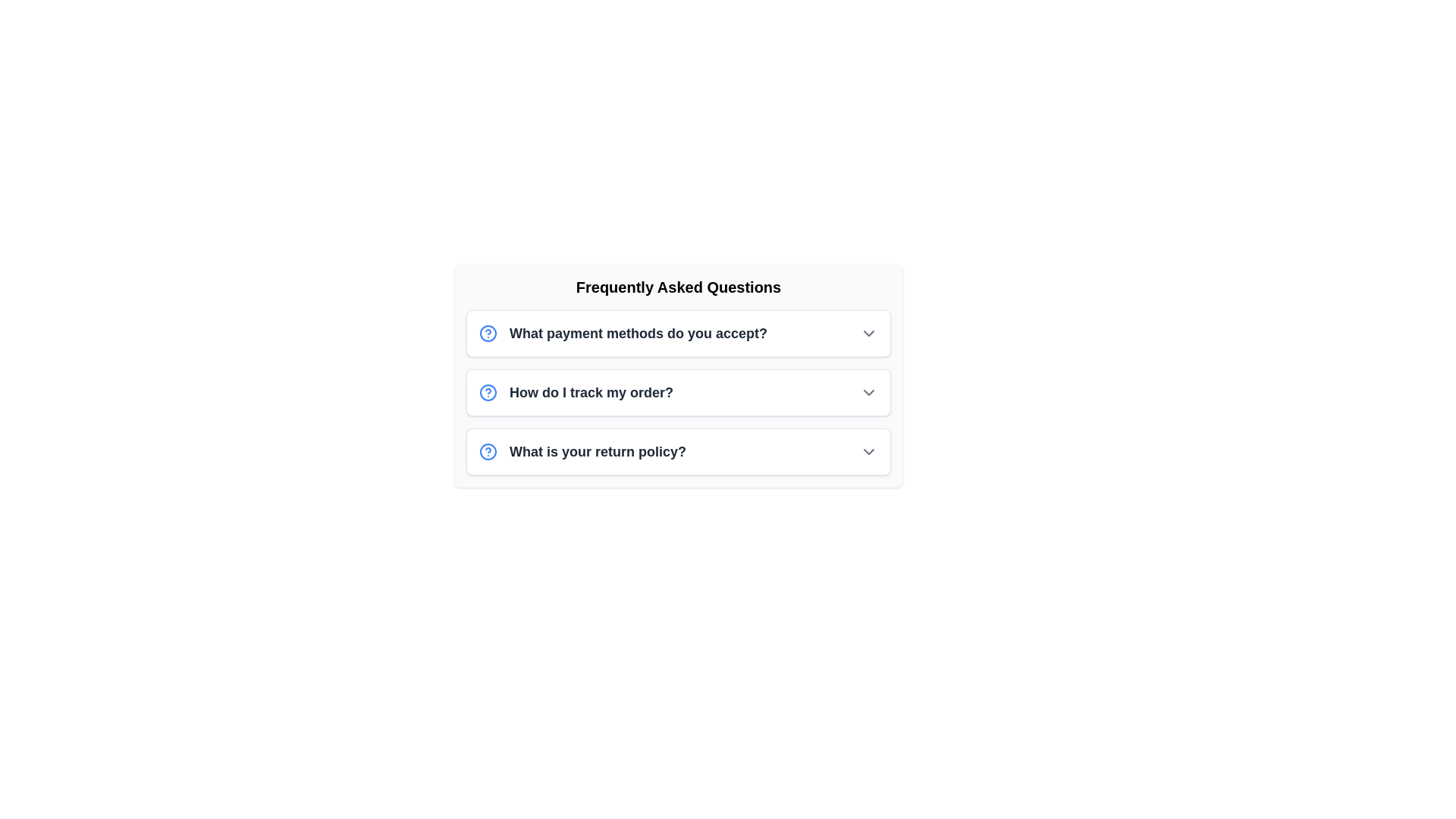 The image size is (1456, 819). Describe the element at coordinates (488, 391) in the screenshot. I see `the blue circular help icon located in the middle position of the FAQ section's three-item list` at that location.